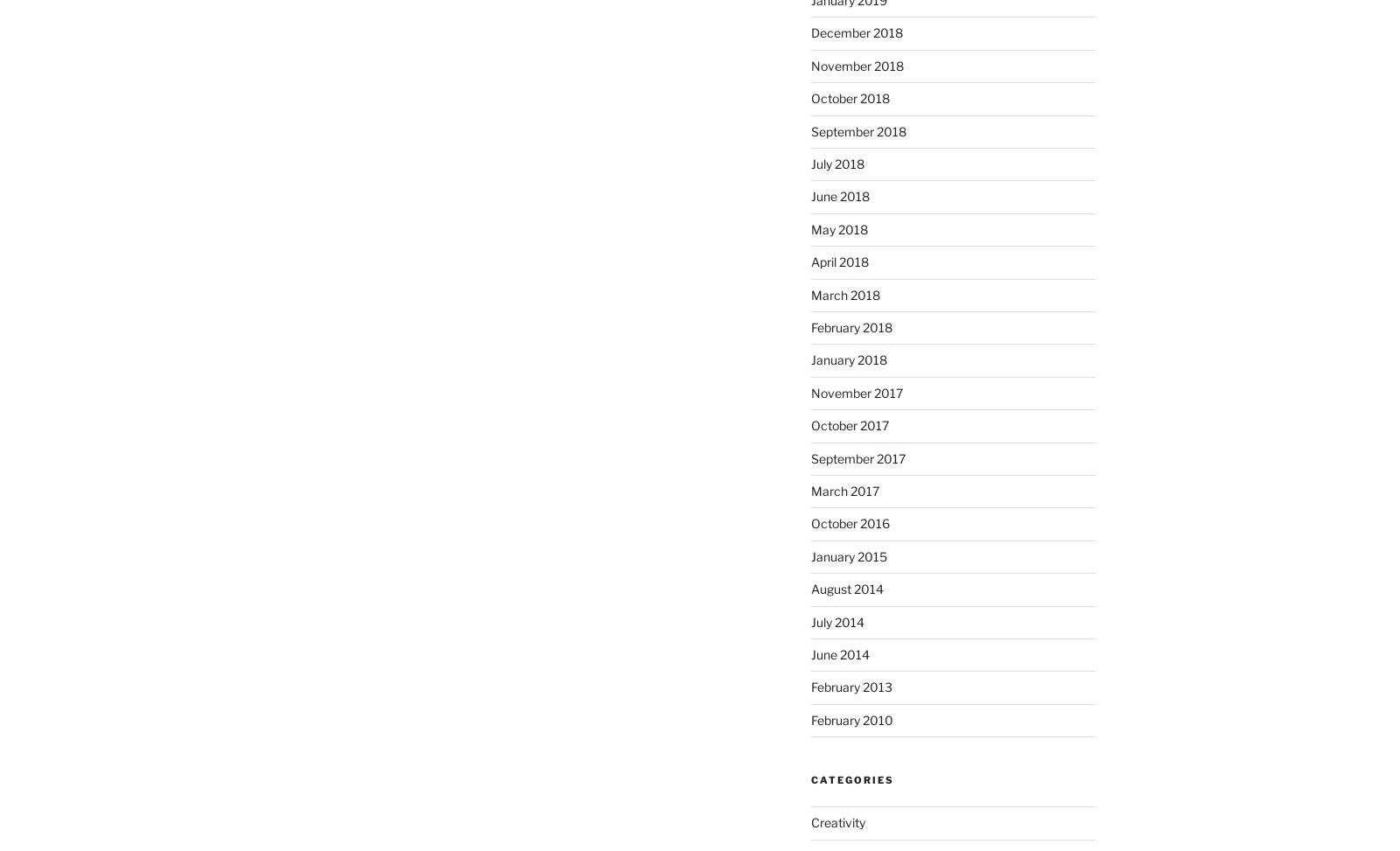  I want to click on 'February 2010', so click(850, 718).